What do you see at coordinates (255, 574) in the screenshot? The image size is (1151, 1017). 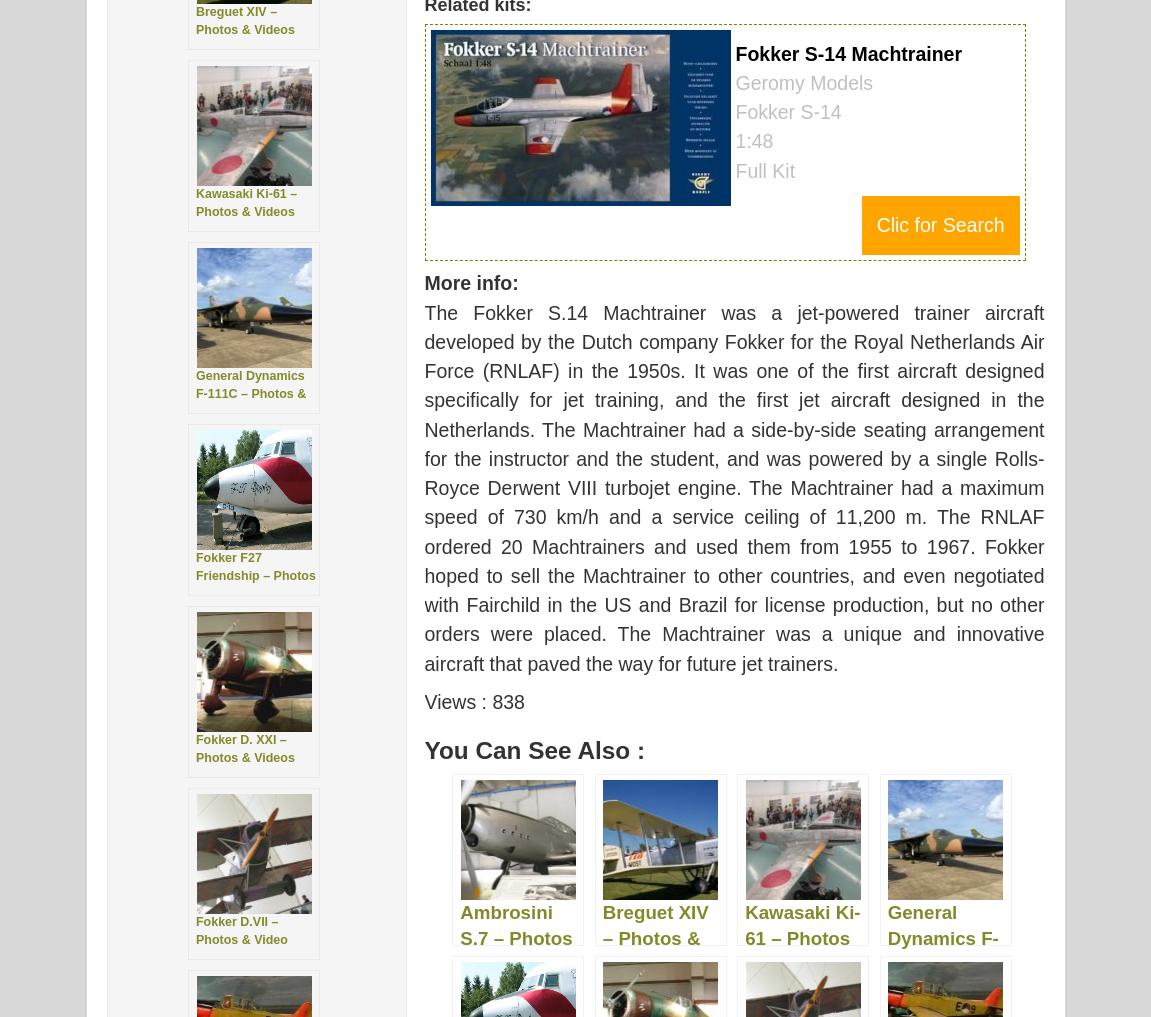 I see `'Fokker F27 Friendship – Photos & Videos'` at bounding box center [255, 574].